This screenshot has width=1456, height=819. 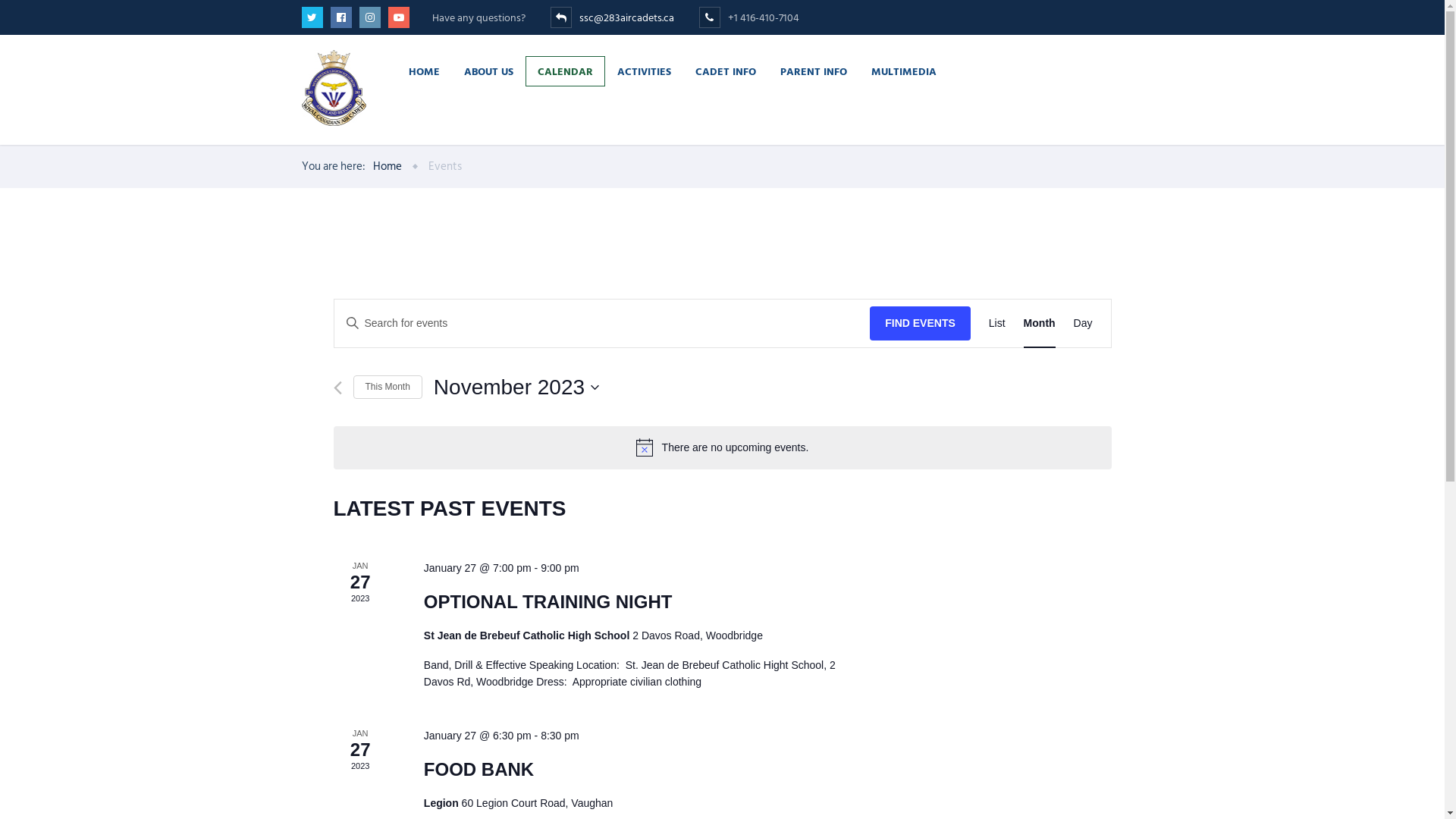 I want to click on 'FIND EVENTS', so click(x=919, y=322).